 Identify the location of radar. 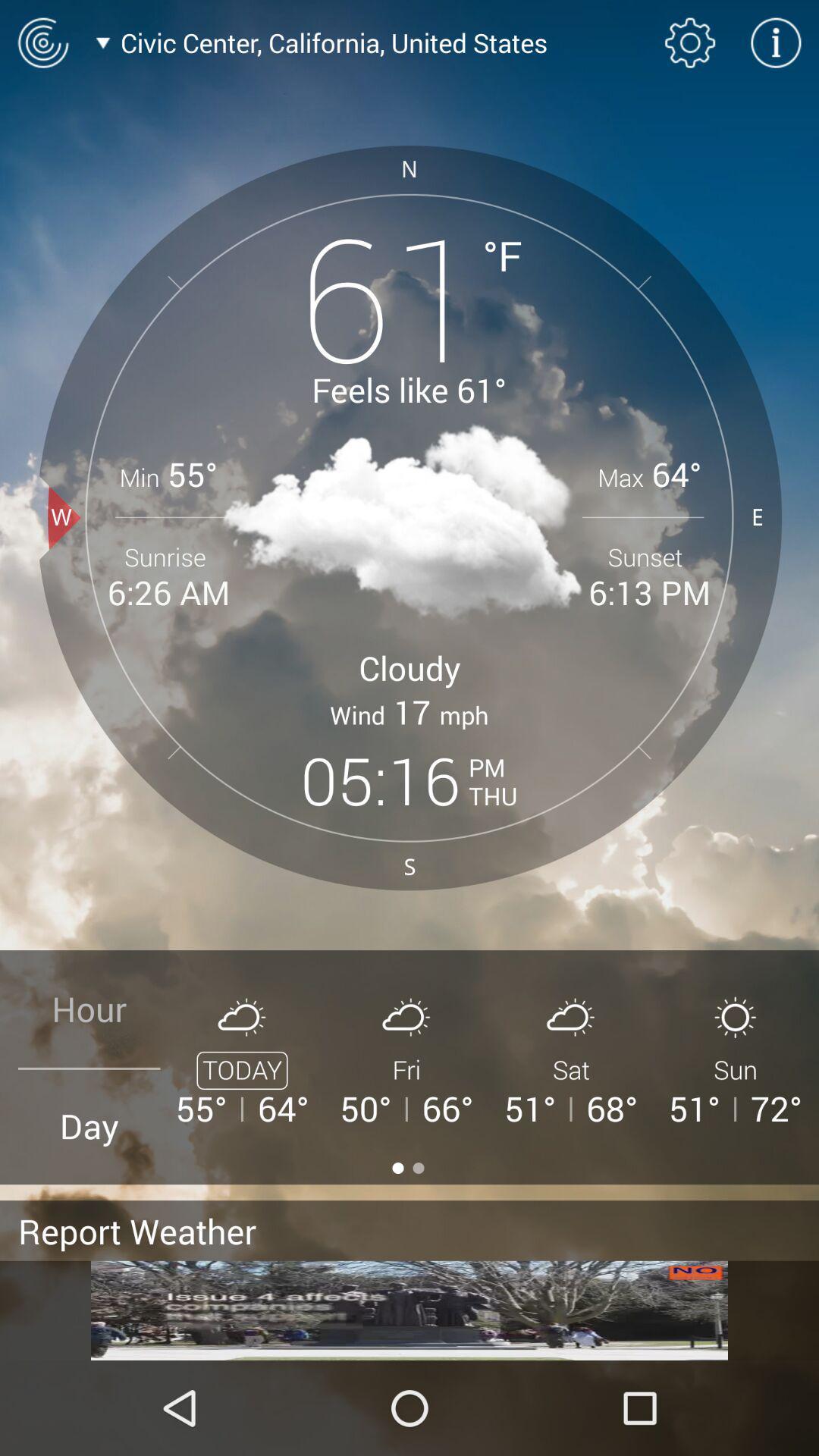
(42, 42).